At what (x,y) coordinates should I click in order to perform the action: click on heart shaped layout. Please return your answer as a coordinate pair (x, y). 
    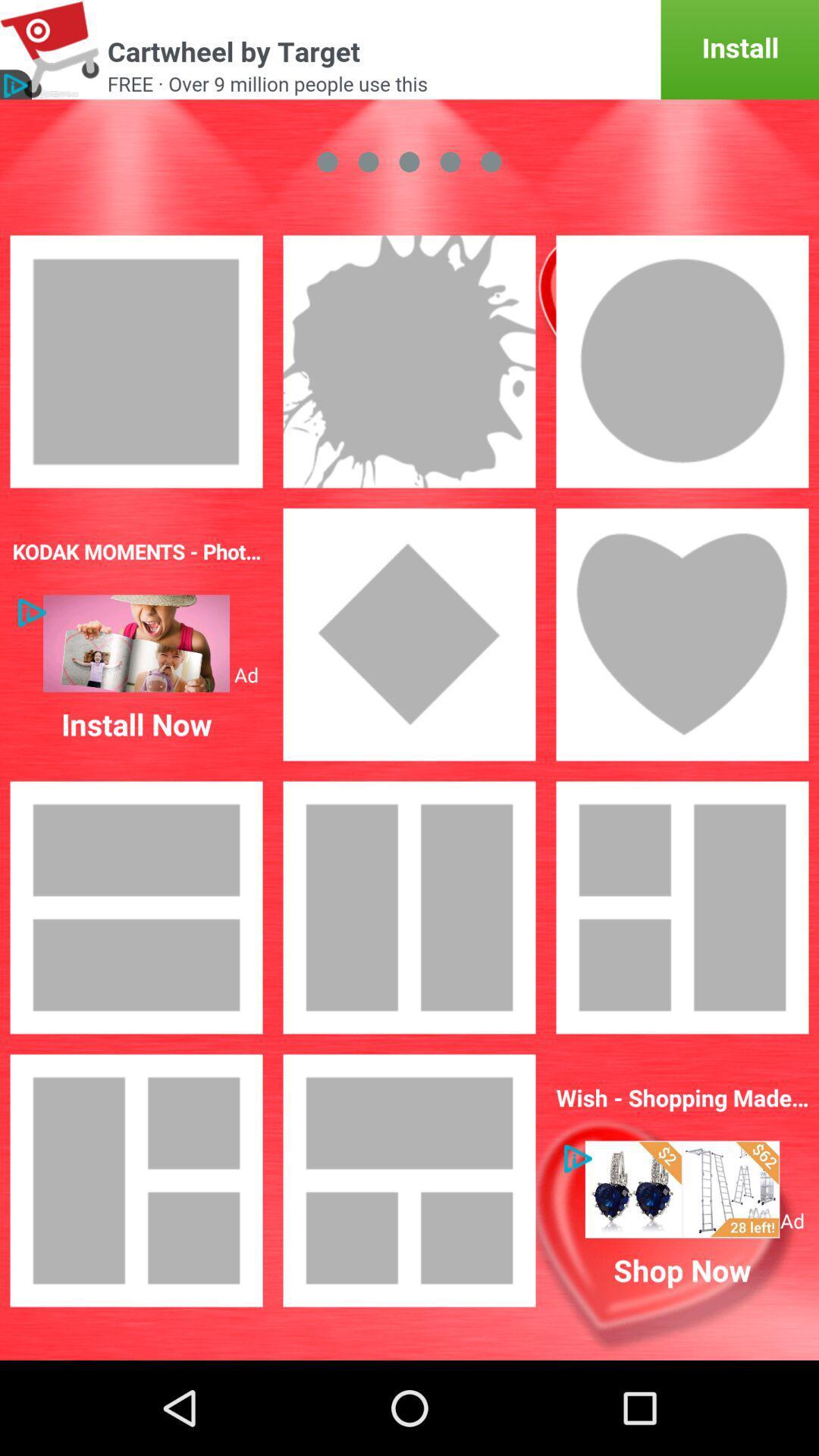
    Looking at the image, I should click on (681, 634).